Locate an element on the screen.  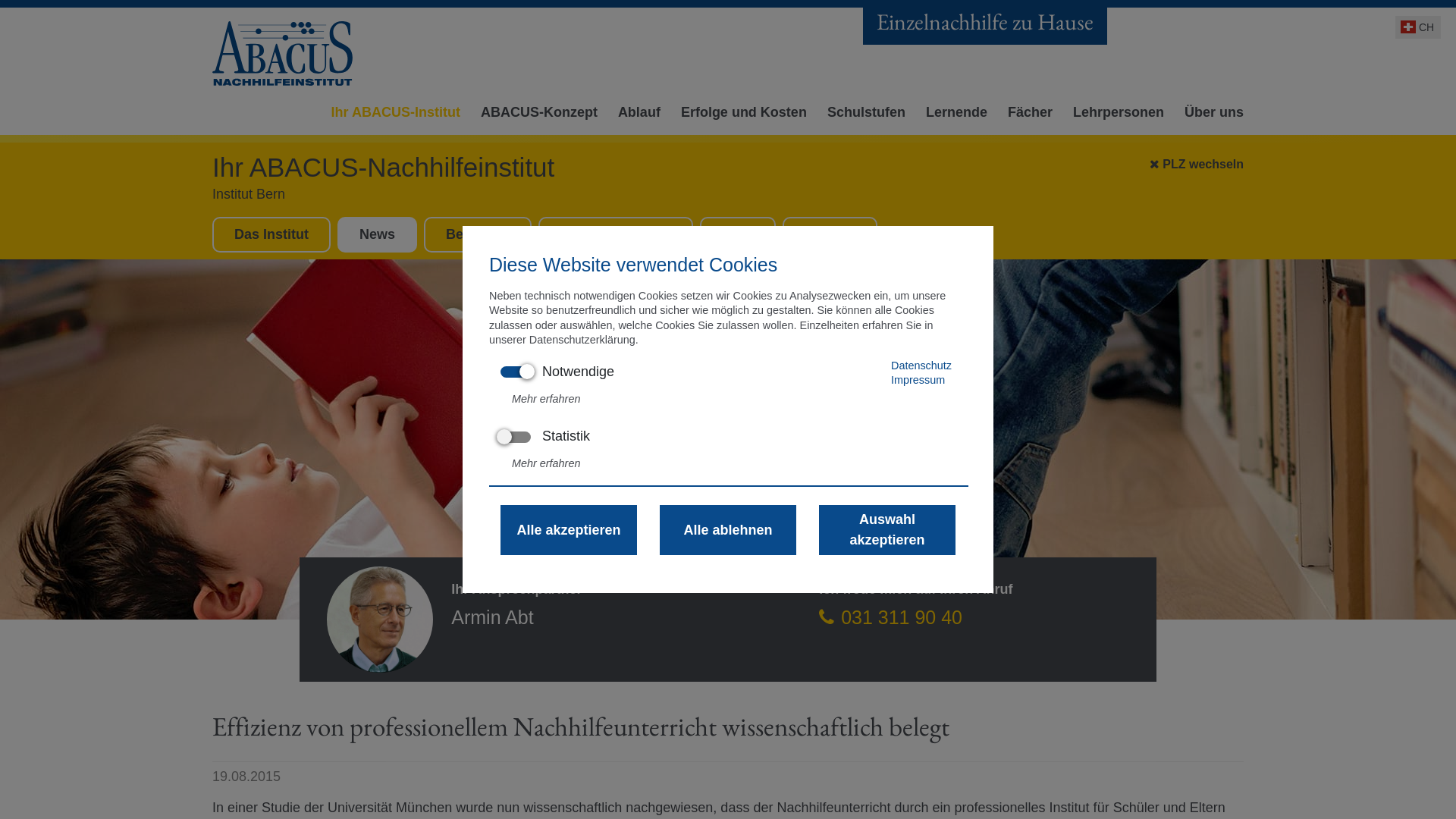
'ABACUS-Konzept' is located at coordinates (535, 116).